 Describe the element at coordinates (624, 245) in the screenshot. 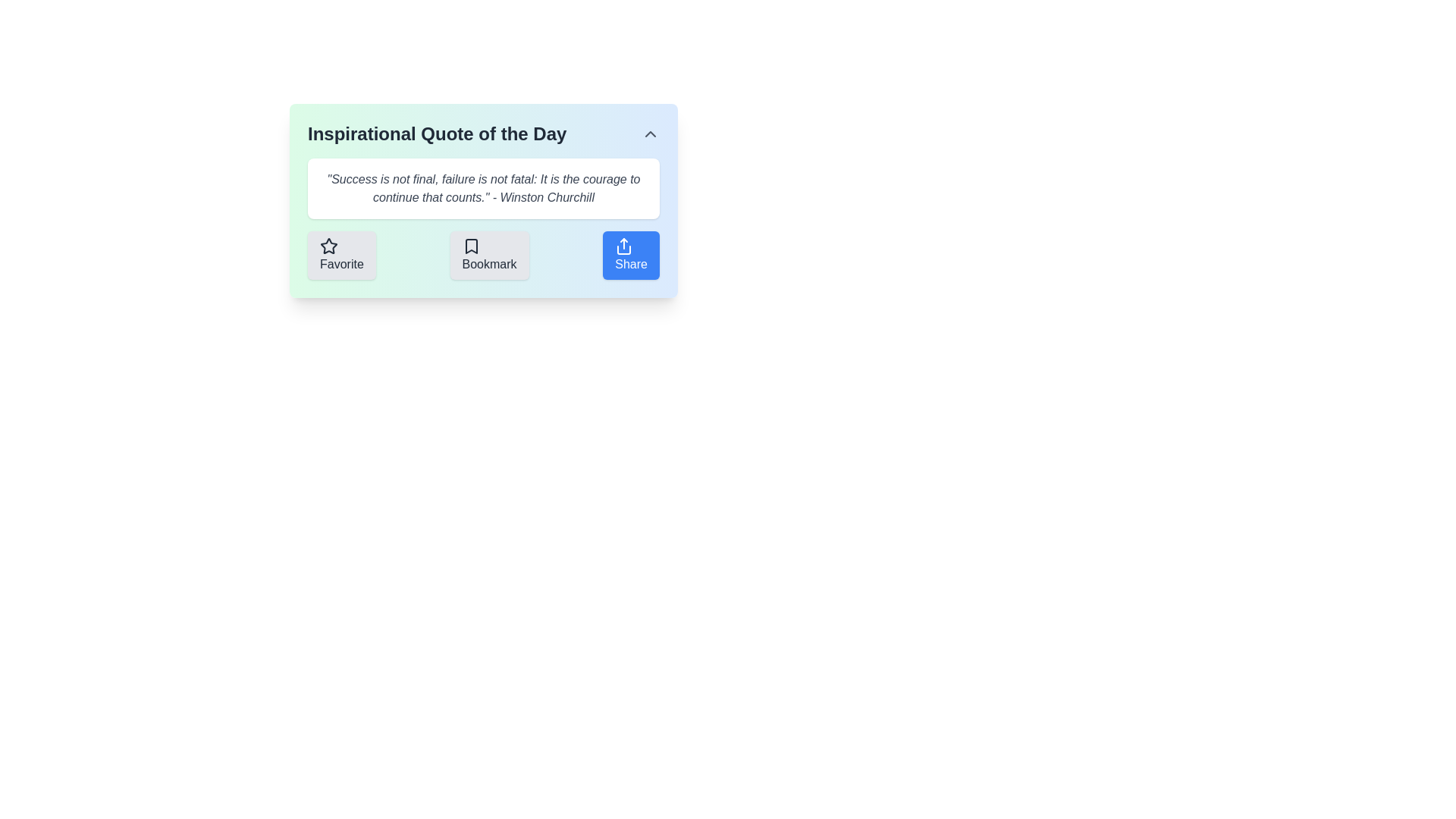

I see `the 'Share' icon located in the bottom-right corner of the section that contains a quote and two buttons labeled 'Favorite' and 'Bookmark'` at that location.